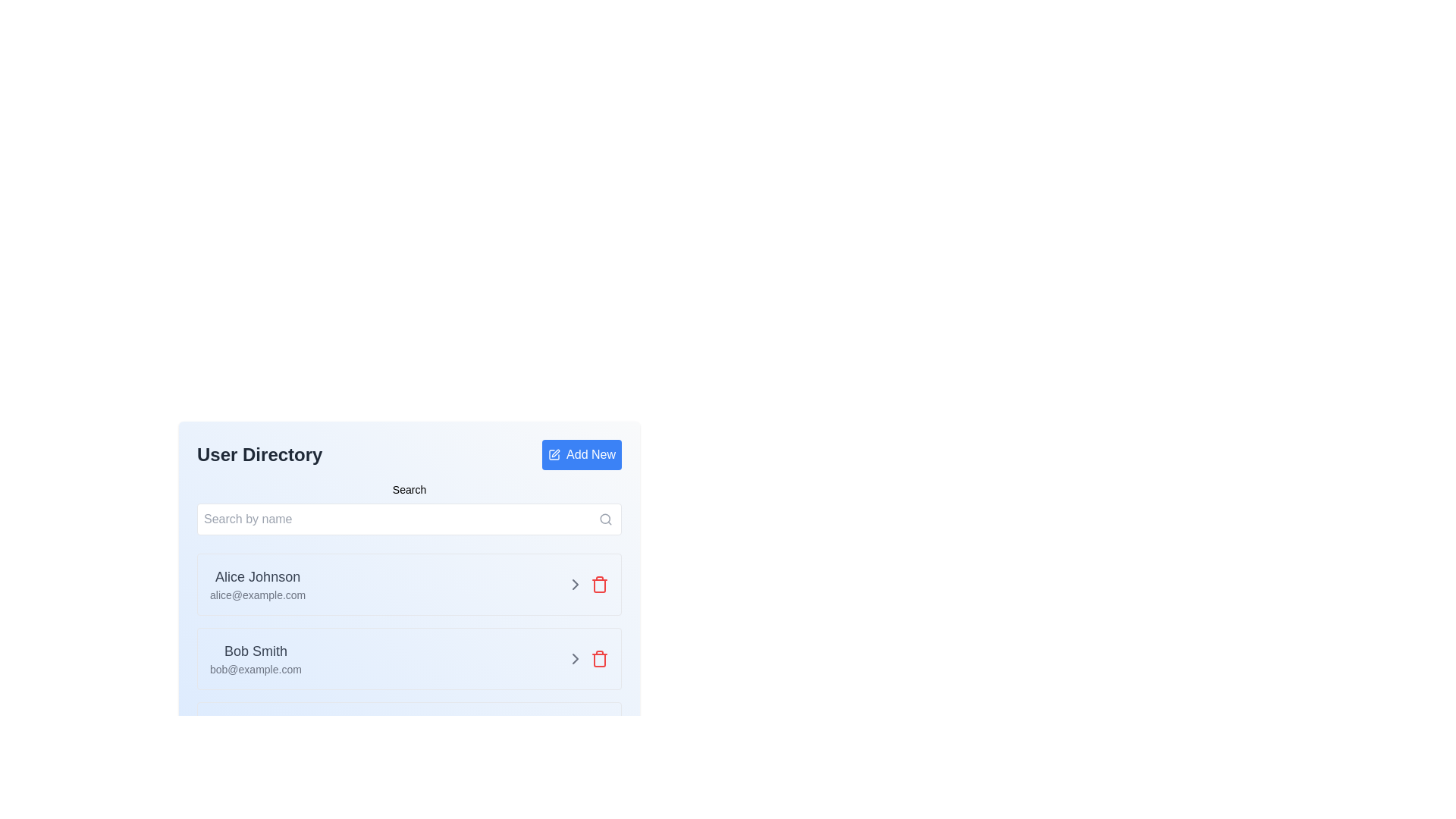  What do you see at coordinates (554, 454) in the screenshot?
I see `the edit icon, which is a small pen icon within a square, styled with a thin blue border and a white background, located within the 'Add New' button` at bounding box center [554, 454].